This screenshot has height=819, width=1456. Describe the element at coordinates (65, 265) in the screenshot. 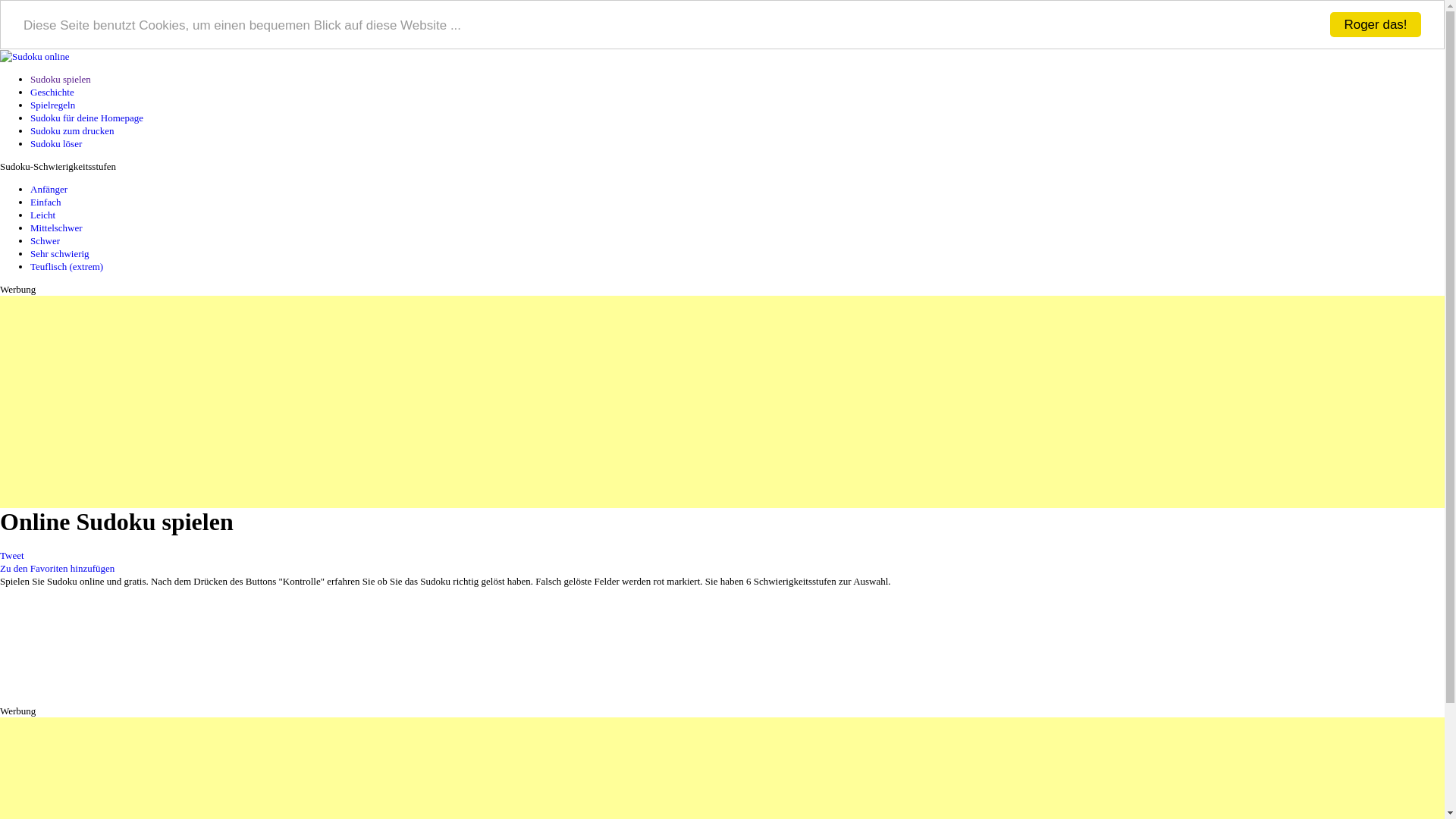

I see `'Teuflisch (extrem)'` at that location.